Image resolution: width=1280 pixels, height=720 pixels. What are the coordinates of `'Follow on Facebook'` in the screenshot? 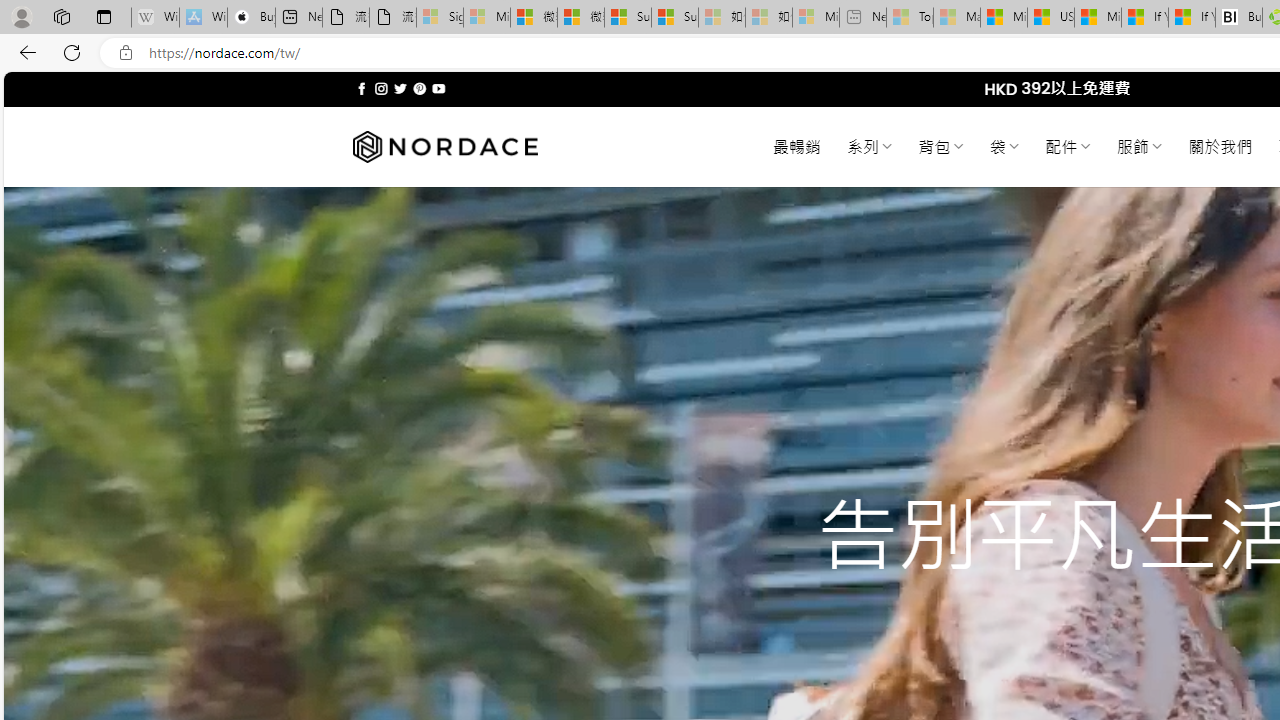 It's located at (362, 88).